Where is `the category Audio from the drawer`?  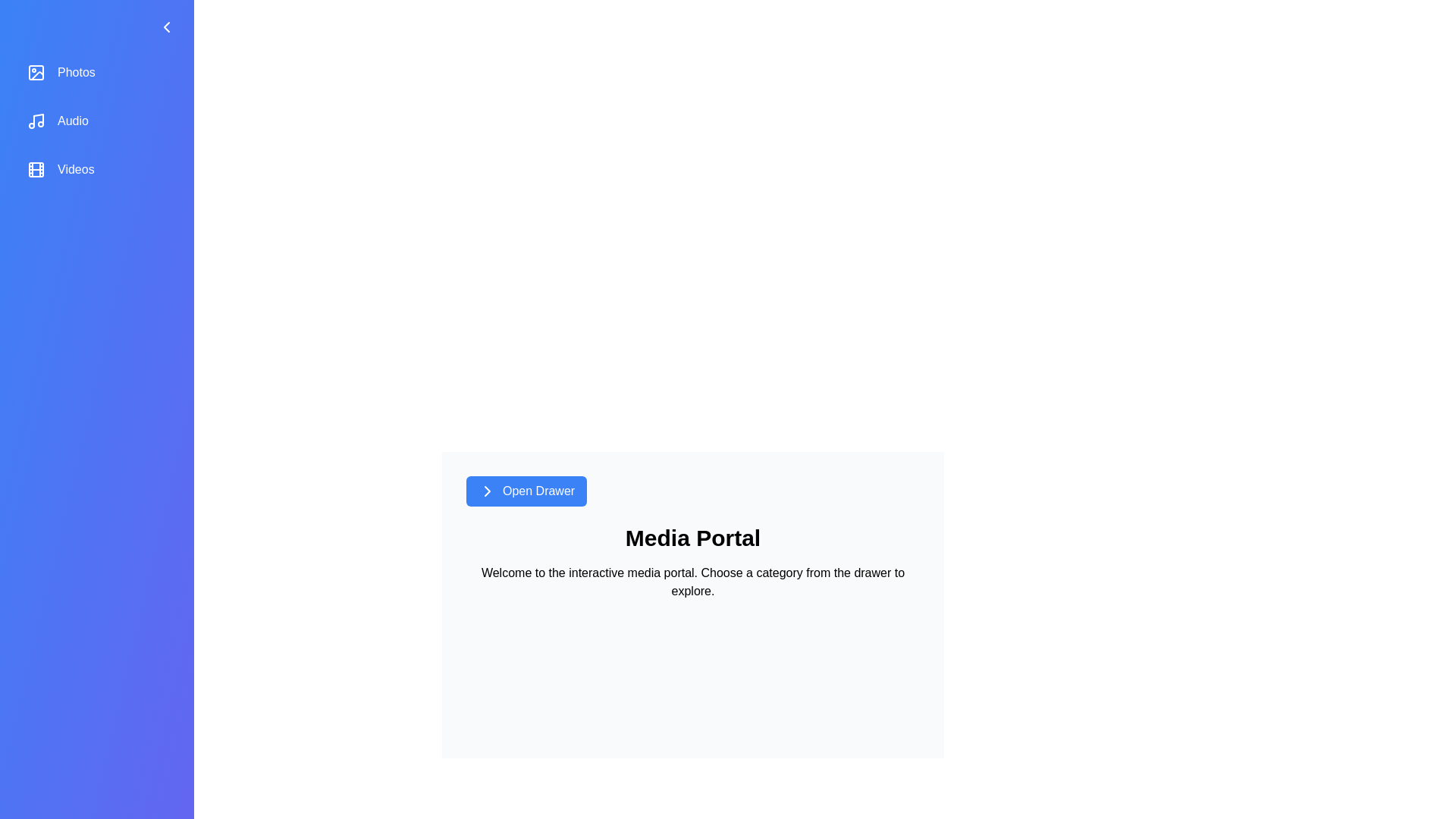
the category Audio from the drawer is located at coordinates (96, 120).